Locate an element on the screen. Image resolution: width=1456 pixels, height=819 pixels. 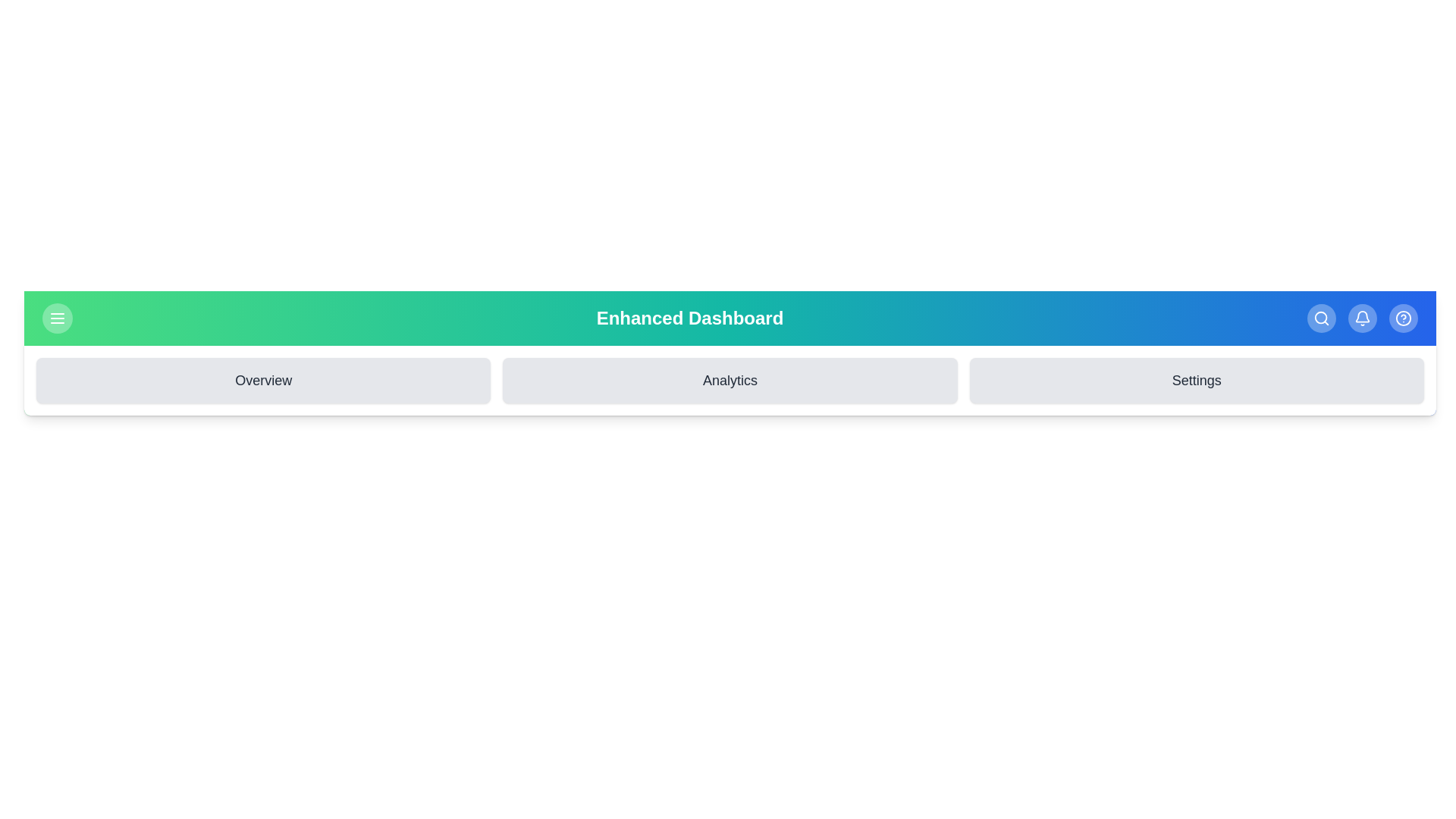
the 'Settings' section to navigate to it is located at coordinates (1196, 379).